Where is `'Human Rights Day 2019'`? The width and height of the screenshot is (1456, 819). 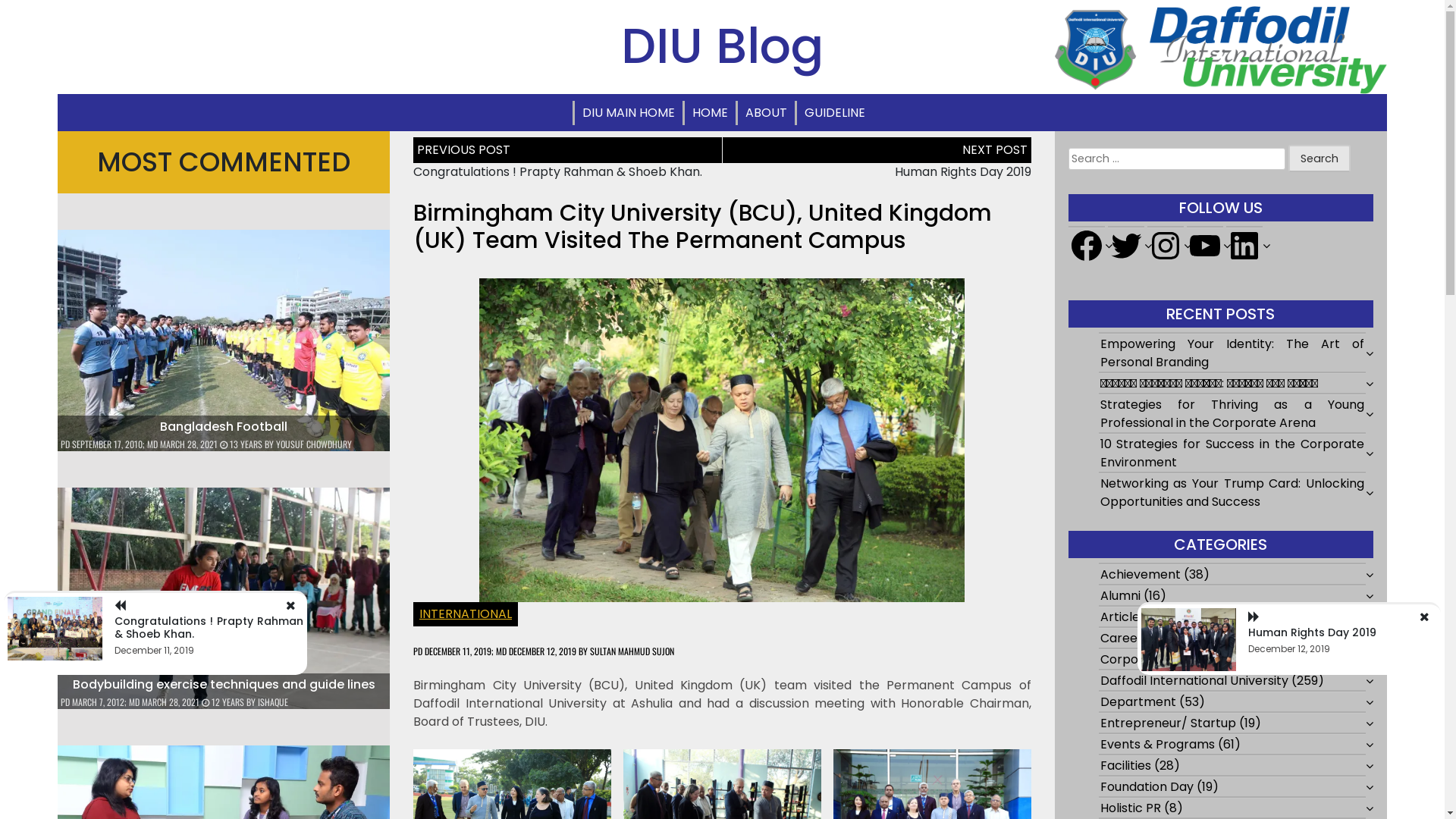 'Human Rights Day 2019' is located at coordinates (962, 171).